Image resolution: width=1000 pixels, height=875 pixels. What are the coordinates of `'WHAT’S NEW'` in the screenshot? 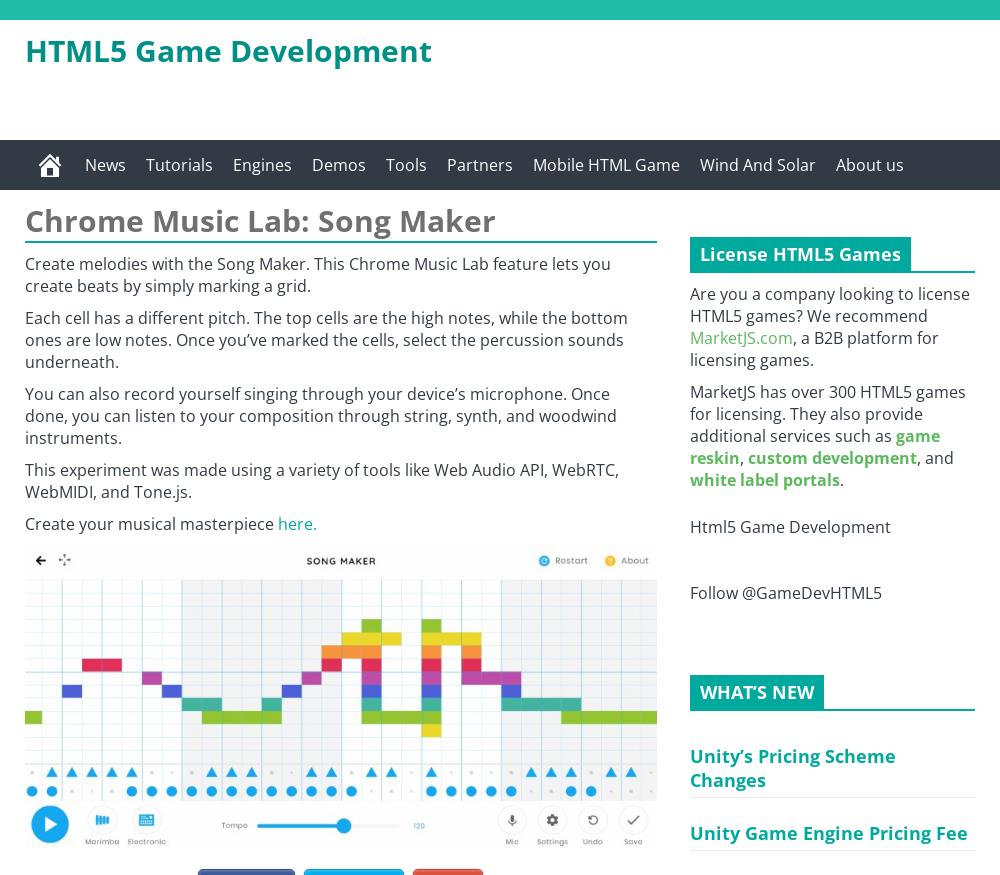 It's located at (757, 692).